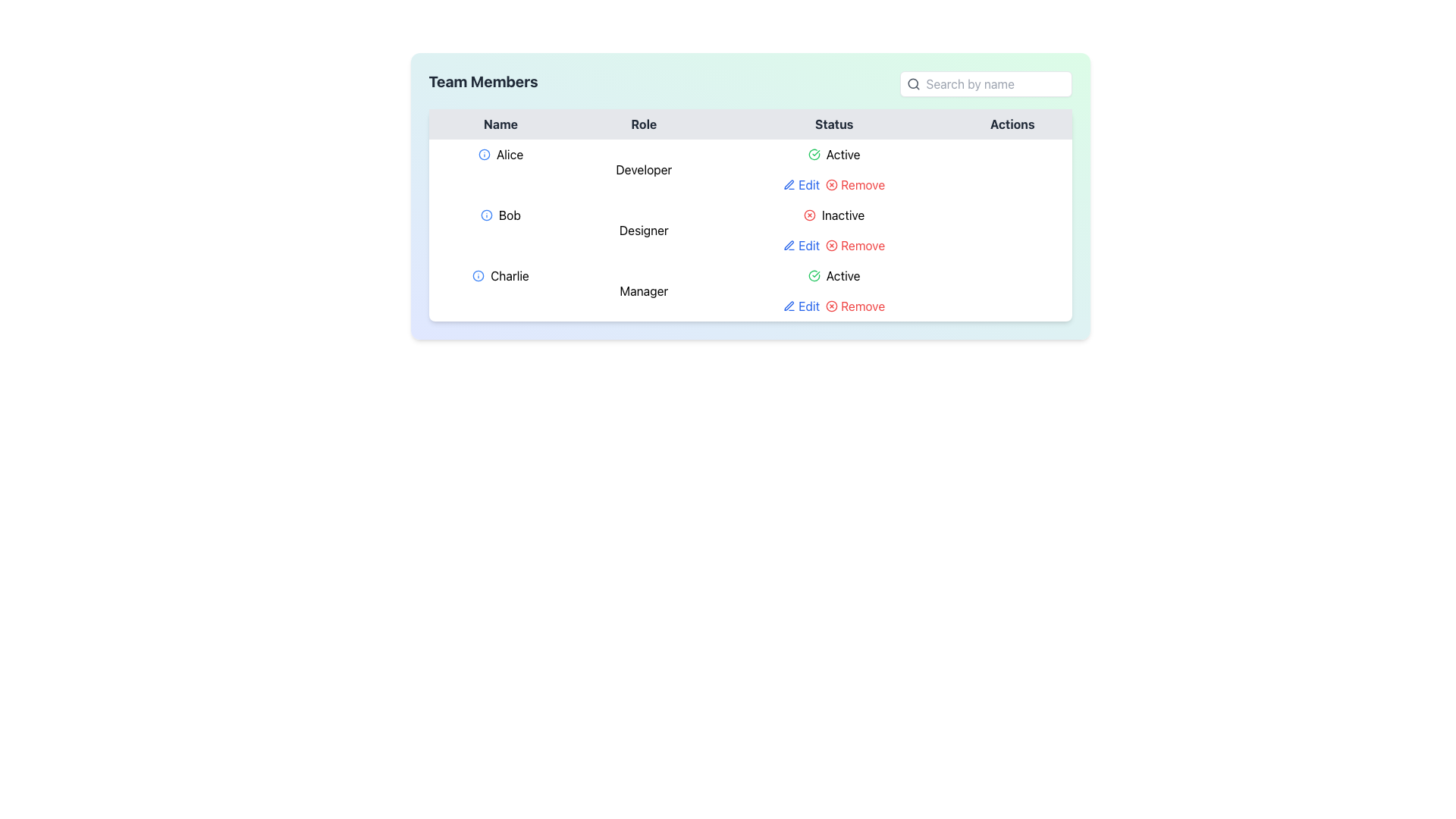 The image size is (1456, 819). What do you see at coordinates (855, 245) in the screenshot?
I see `delete button located in the 'Actions' column of the second row in the table for the entry labeled 'Bob'. This button is positioned after the 'Edit' element` at bounding box center [855, 245].